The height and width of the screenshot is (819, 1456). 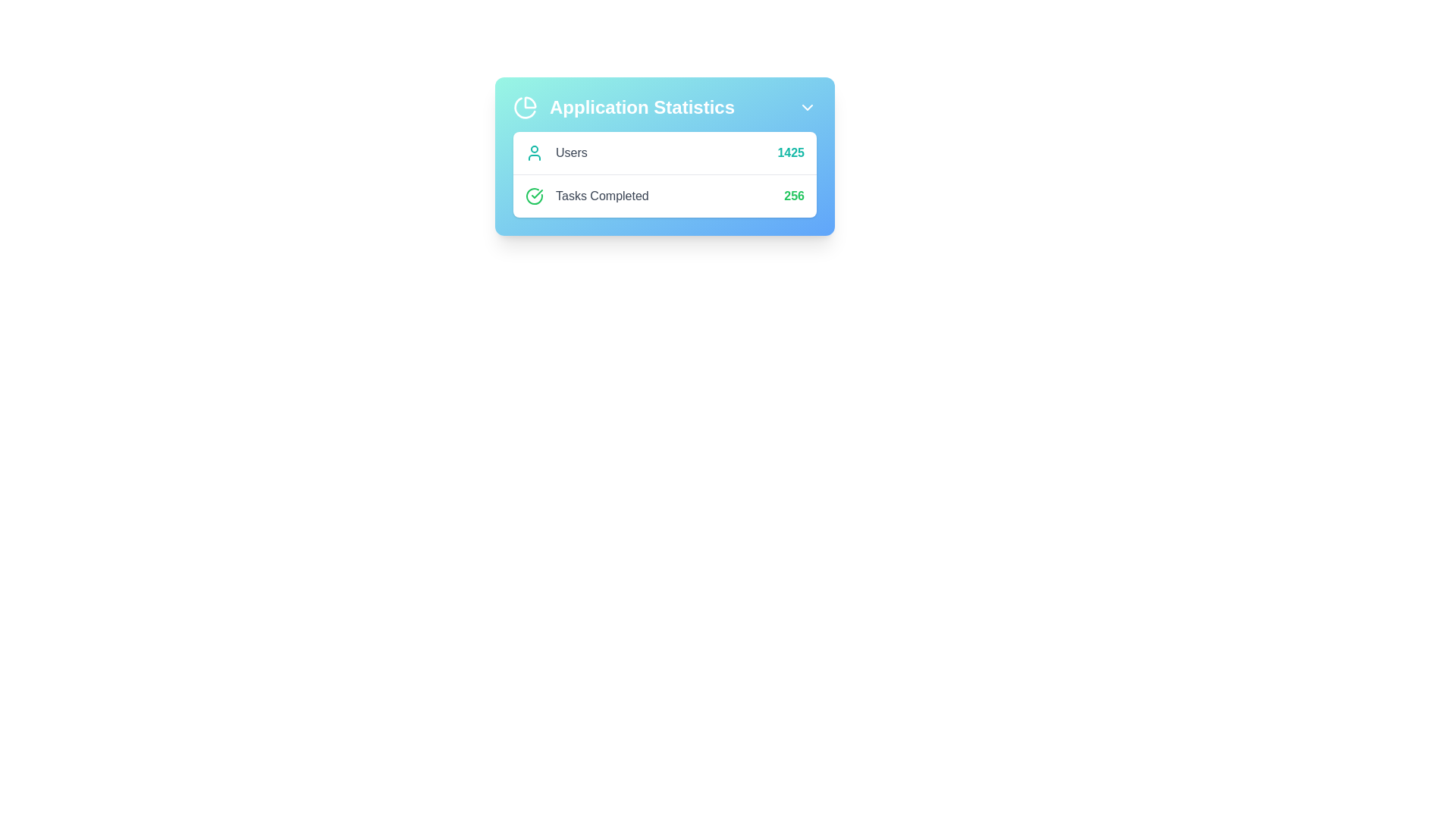 I want to click on the label that describes the number of users, which is adjacent to a teal-colored user icon and precedes the numerical statistic '1425', so click(x=555, y=152).